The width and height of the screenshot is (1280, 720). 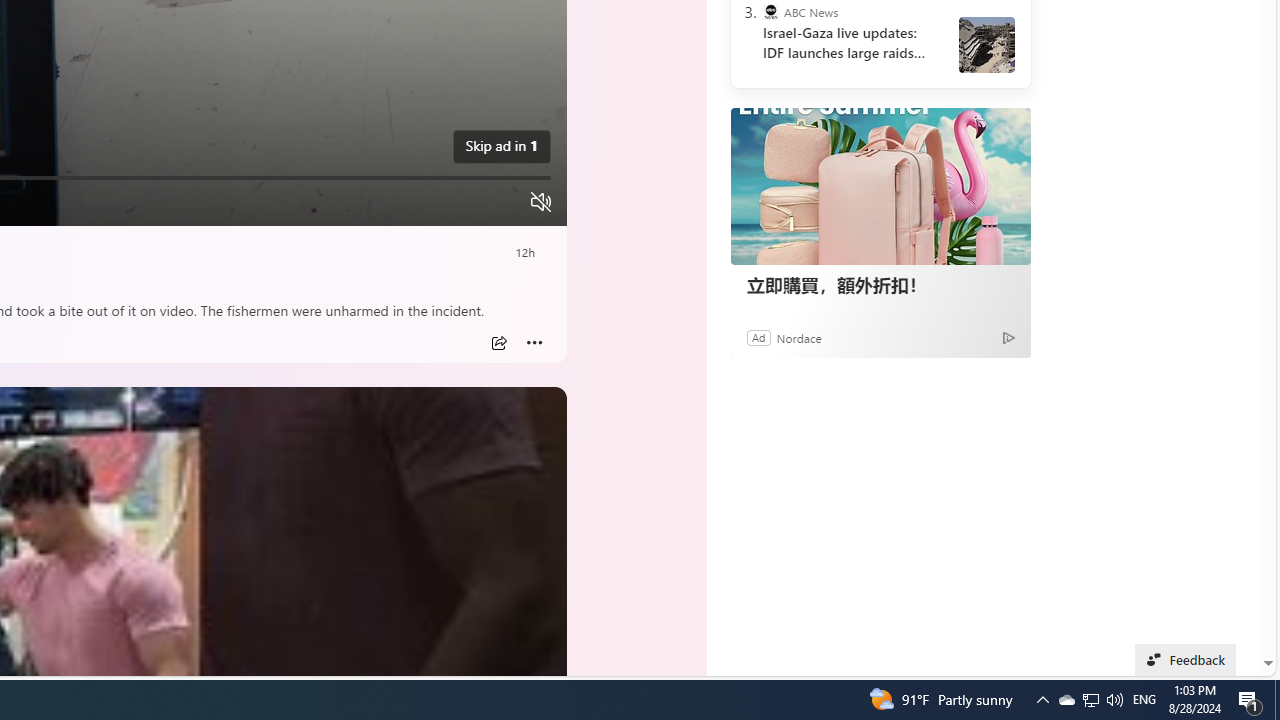 I want to click on 'Unmute', so click(x=540, y=201).